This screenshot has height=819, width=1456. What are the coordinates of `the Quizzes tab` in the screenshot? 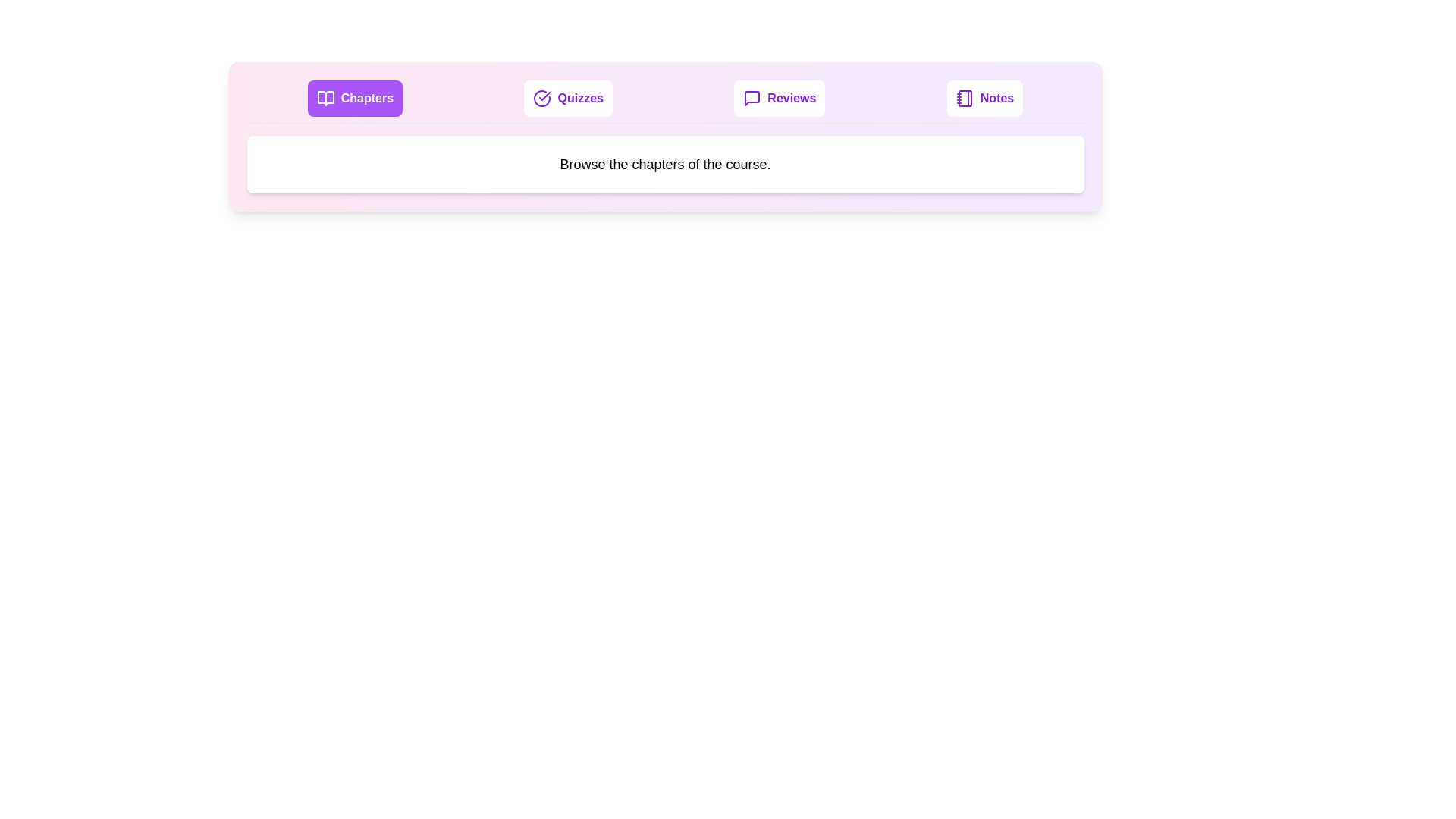 It's located at (567, 99).